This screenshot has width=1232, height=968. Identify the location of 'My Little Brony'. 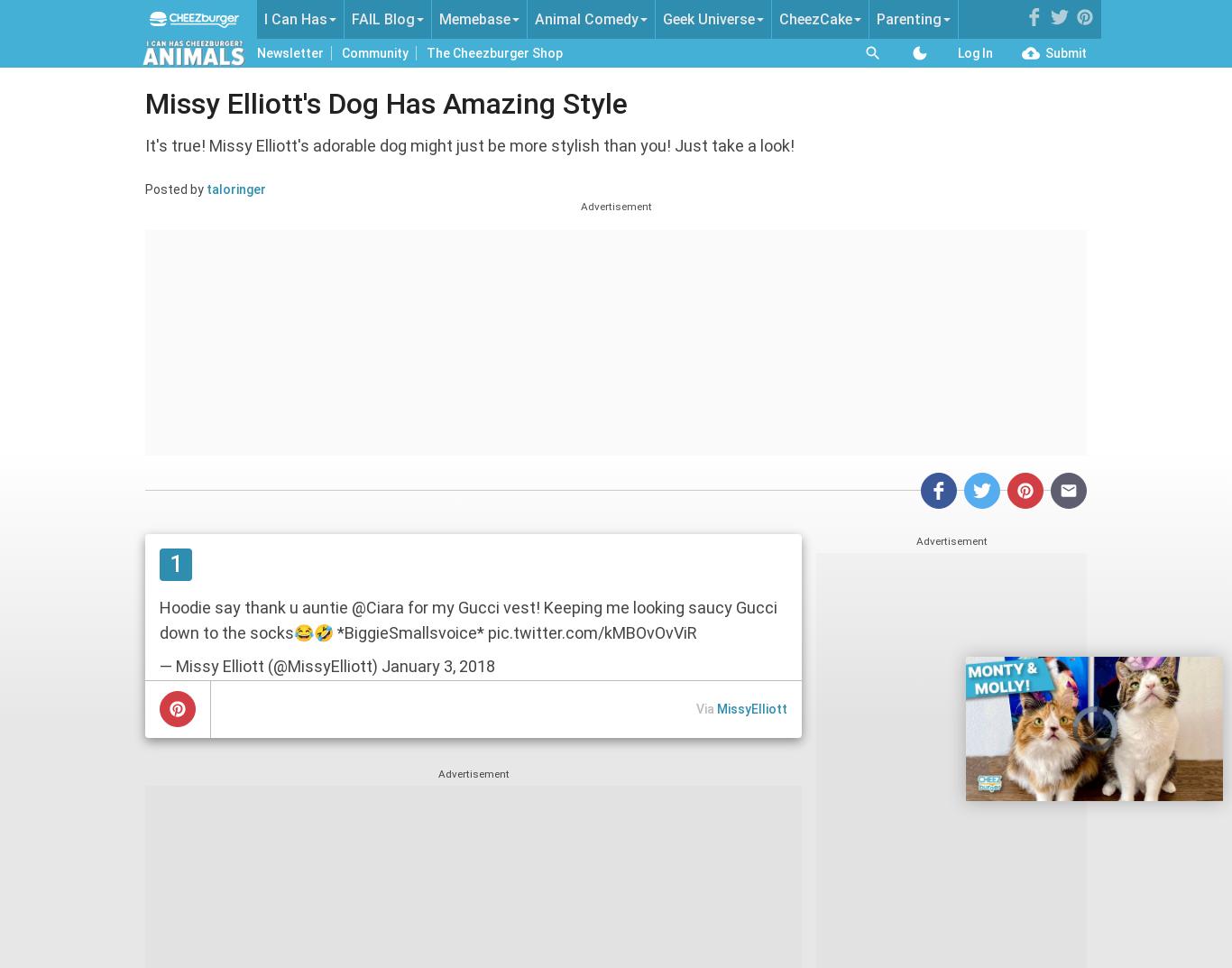
(705, 142).